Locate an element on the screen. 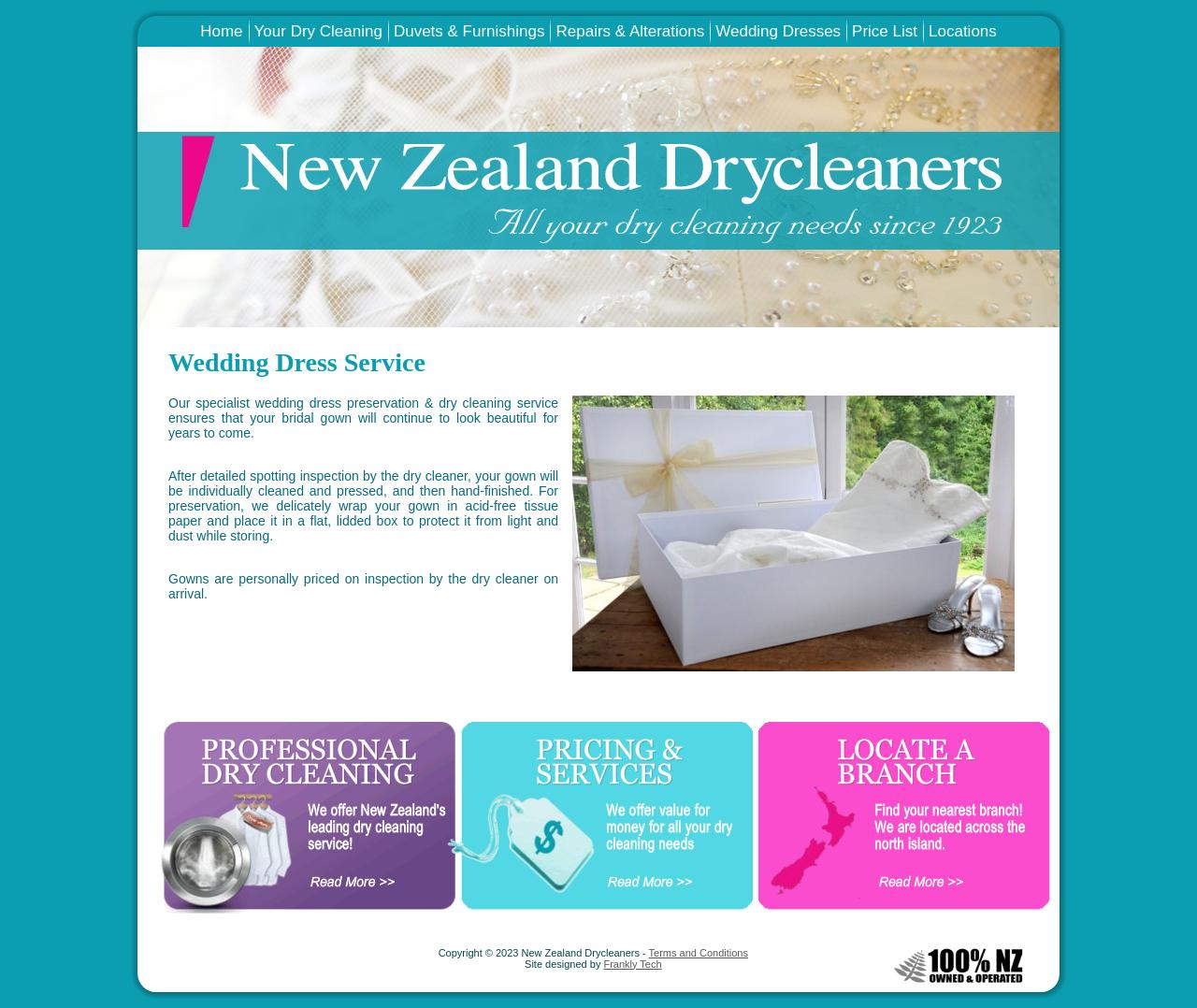  'Repairs & Alterations' is located at coordinates (629, 30).